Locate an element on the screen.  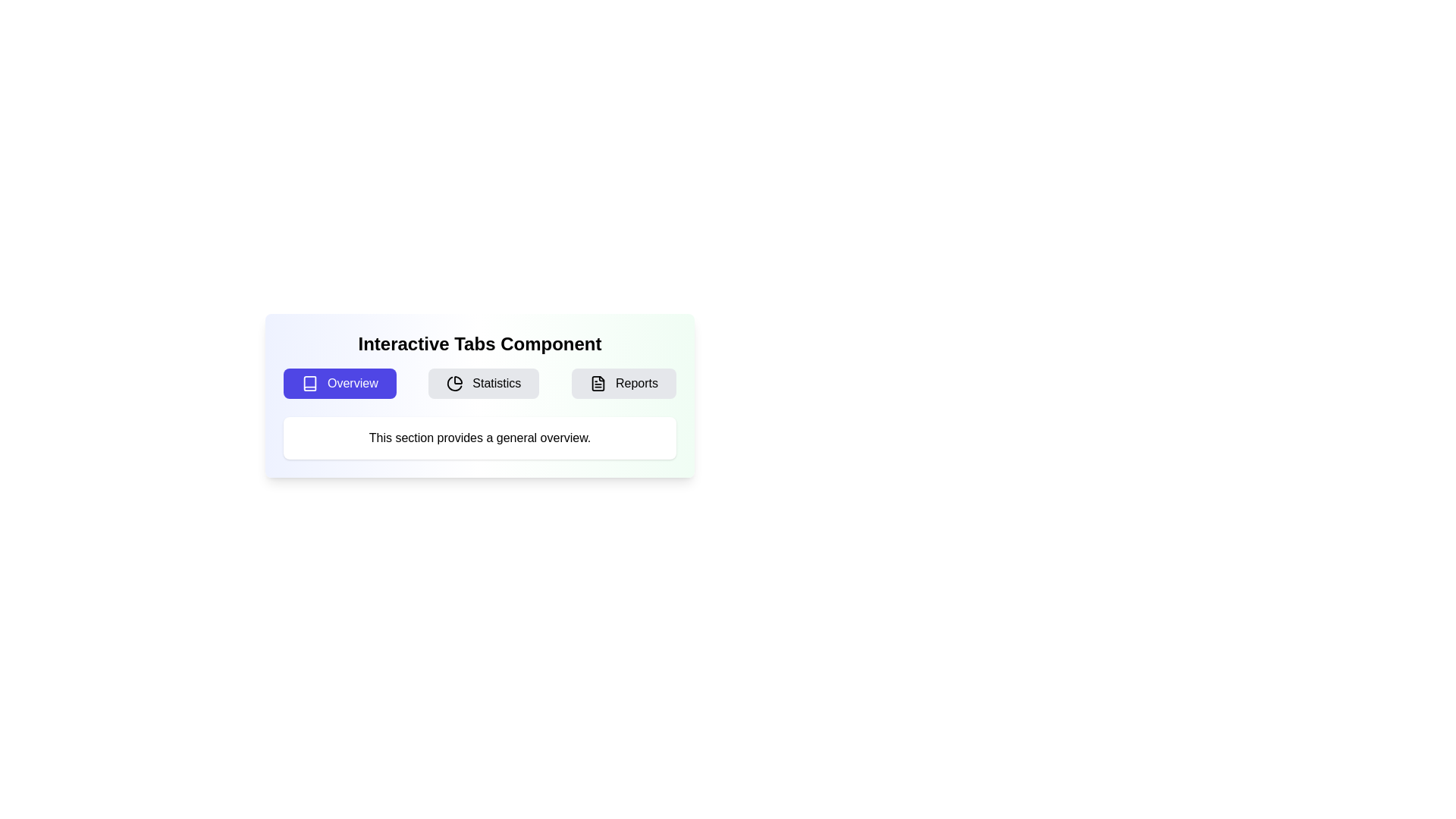
the 'Overview' button which contains a simplistic book icon, represented by a monochrome line drawing centered within the button is located at coordinates (309, 382).